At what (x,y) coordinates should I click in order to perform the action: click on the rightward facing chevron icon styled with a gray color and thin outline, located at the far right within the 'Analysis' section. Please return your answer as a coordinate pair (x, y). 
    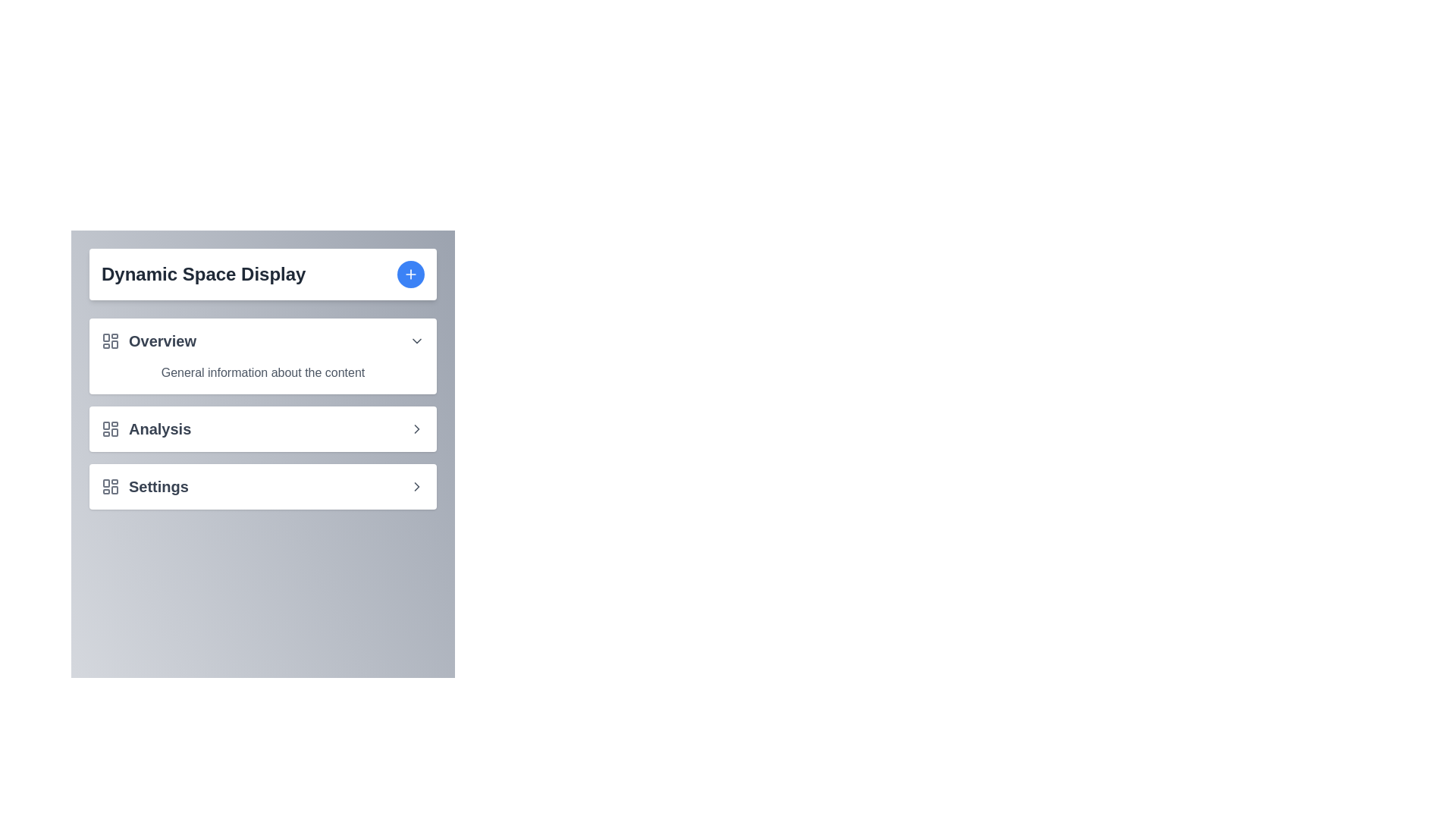
    Looking at the image, I should click on (417, 429).